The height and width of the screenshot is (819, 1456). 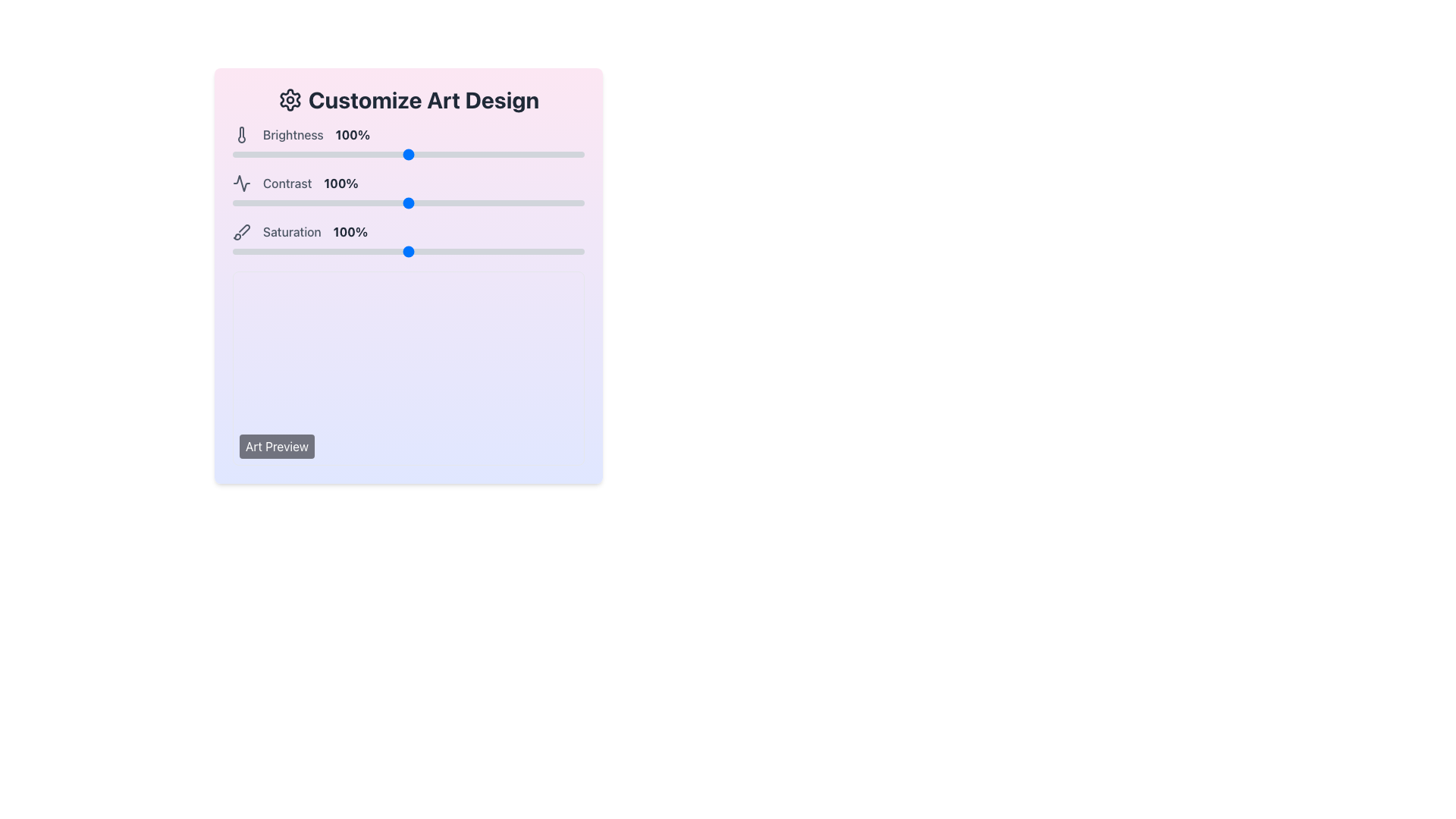 What do you see at coordinates (522, 155) in the screenshot?
I see `the brightness level` at bounding box center [522, 155].